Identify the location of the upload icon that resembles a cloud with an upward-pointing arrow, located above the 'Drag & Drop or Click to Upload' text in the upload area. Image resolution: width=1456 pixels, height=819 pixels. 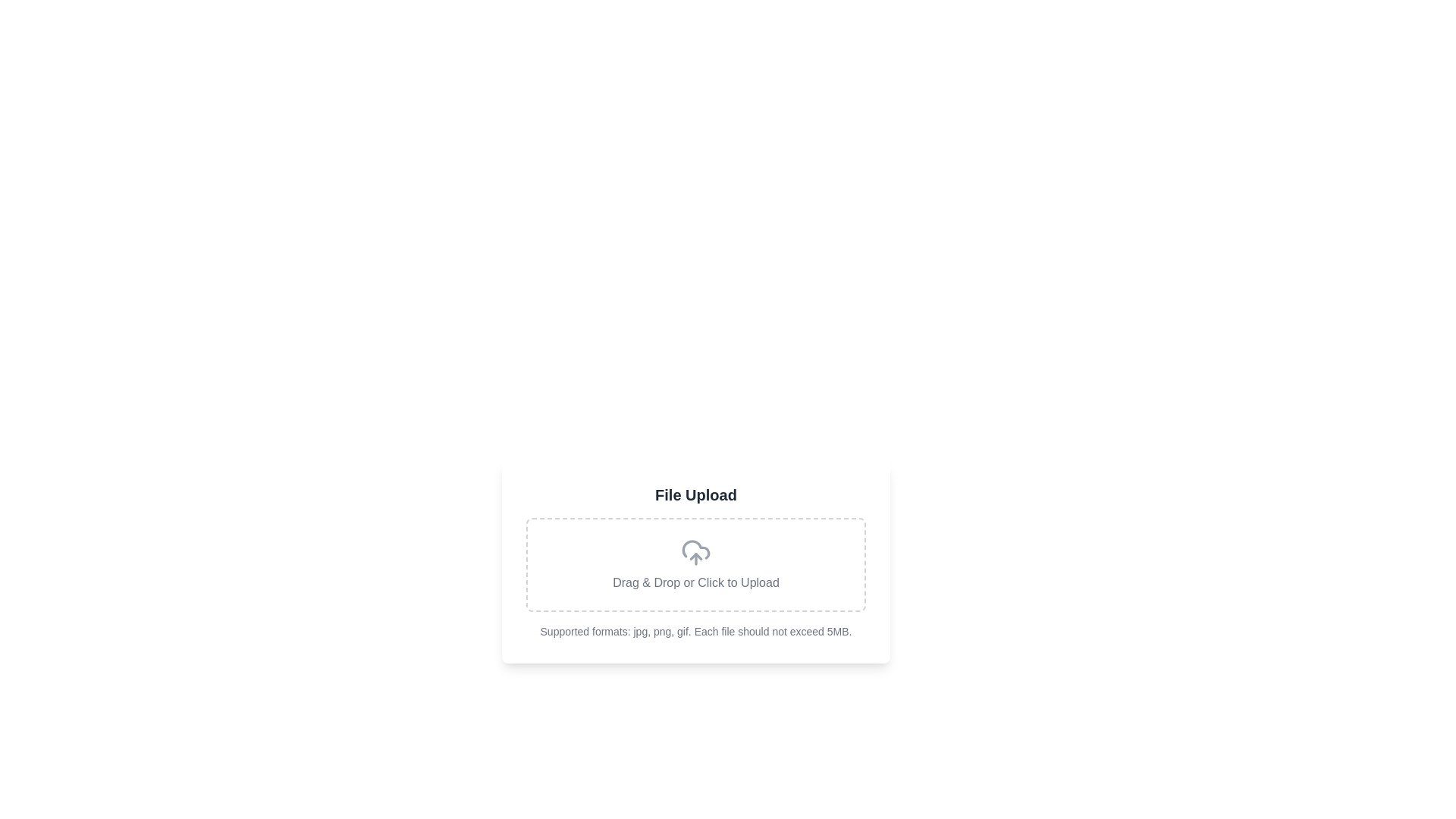
(695, 553).